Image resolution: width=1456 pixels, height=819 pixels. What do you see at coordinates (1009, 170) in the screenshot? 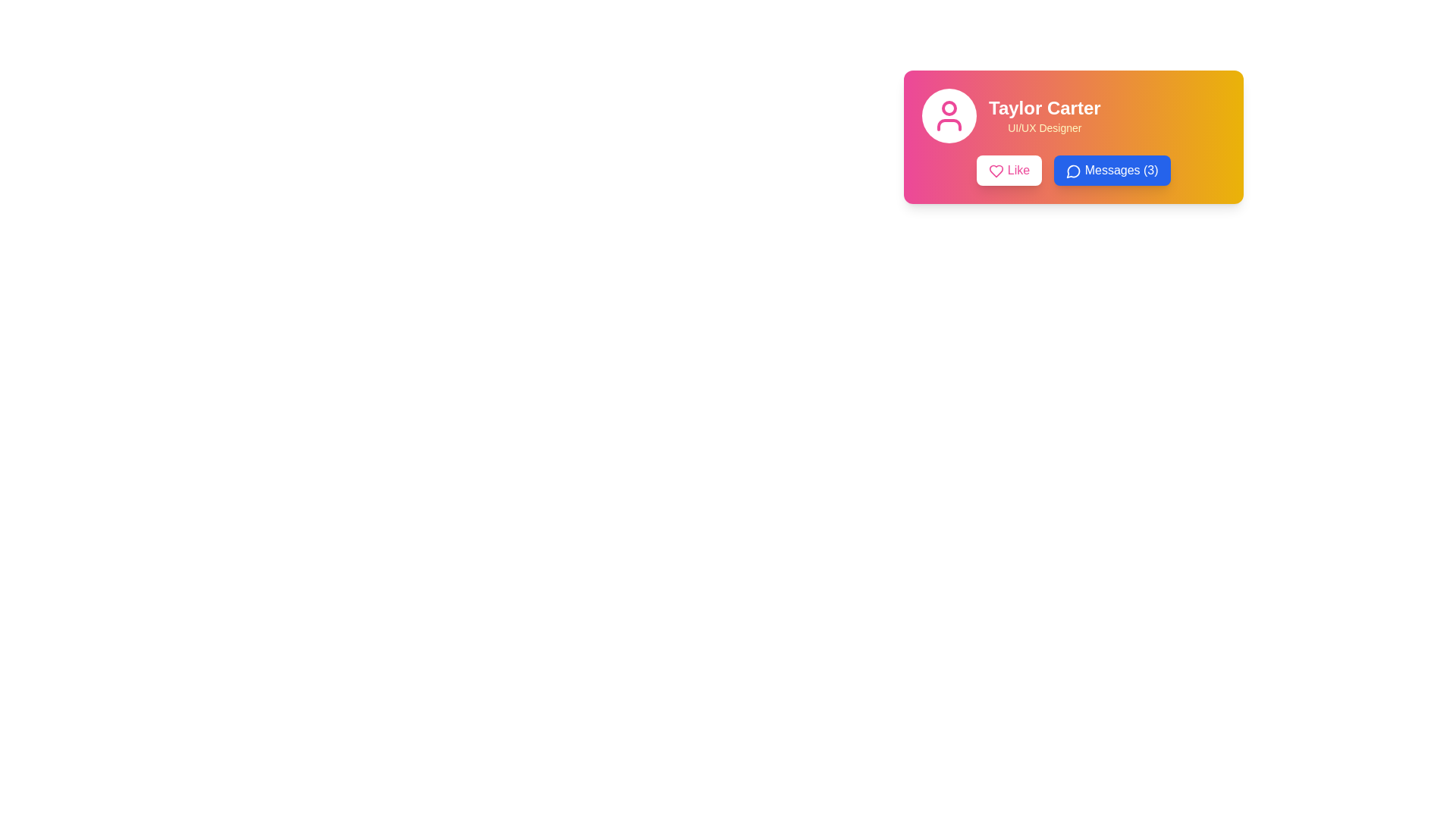
I see `the 'Like' button located to the left of the 'Messages (3)' button, under the user's name` at bounding box center [1009, 170].